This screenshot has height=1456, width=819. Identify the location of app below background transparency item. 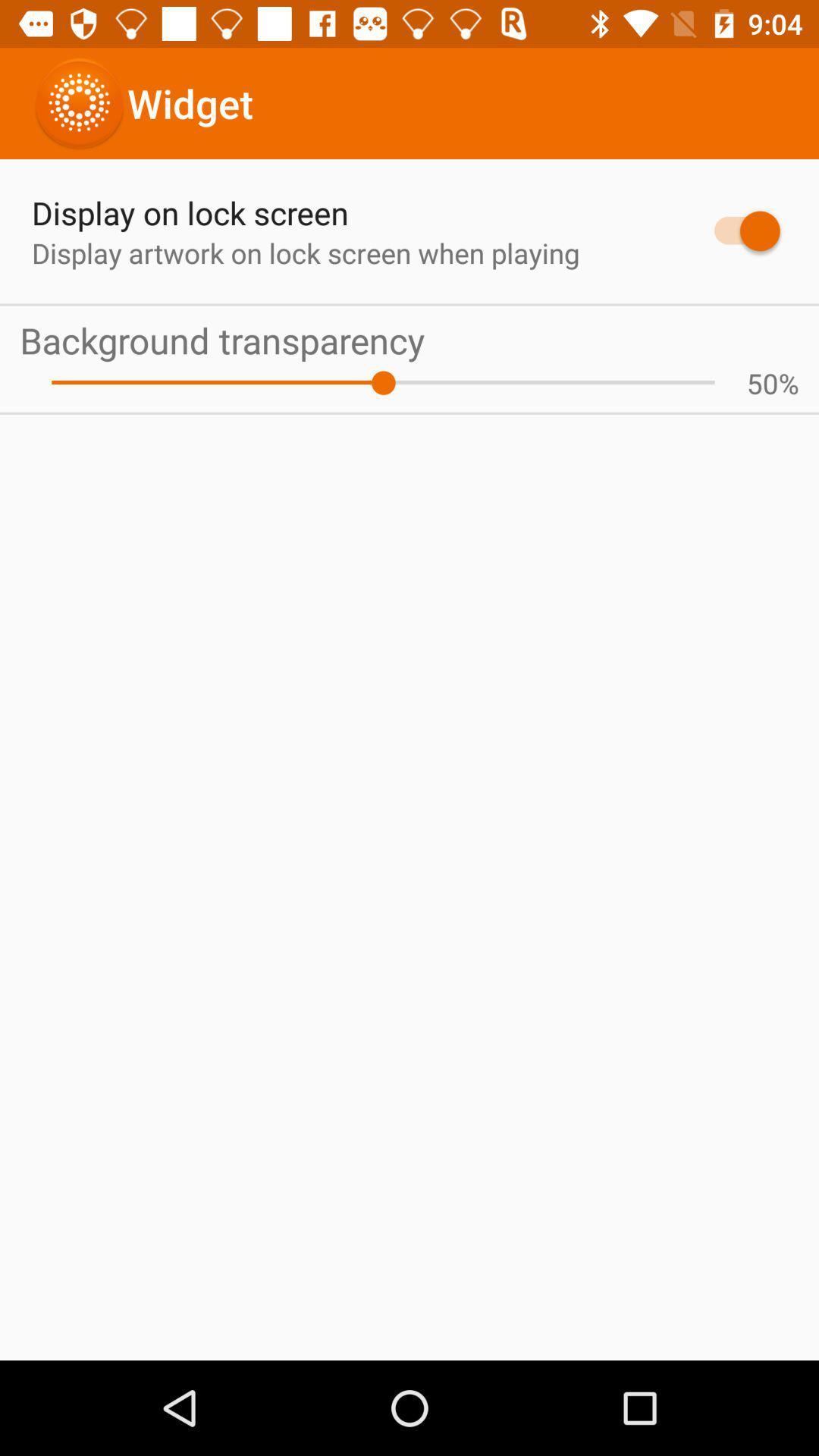
(788, 383).